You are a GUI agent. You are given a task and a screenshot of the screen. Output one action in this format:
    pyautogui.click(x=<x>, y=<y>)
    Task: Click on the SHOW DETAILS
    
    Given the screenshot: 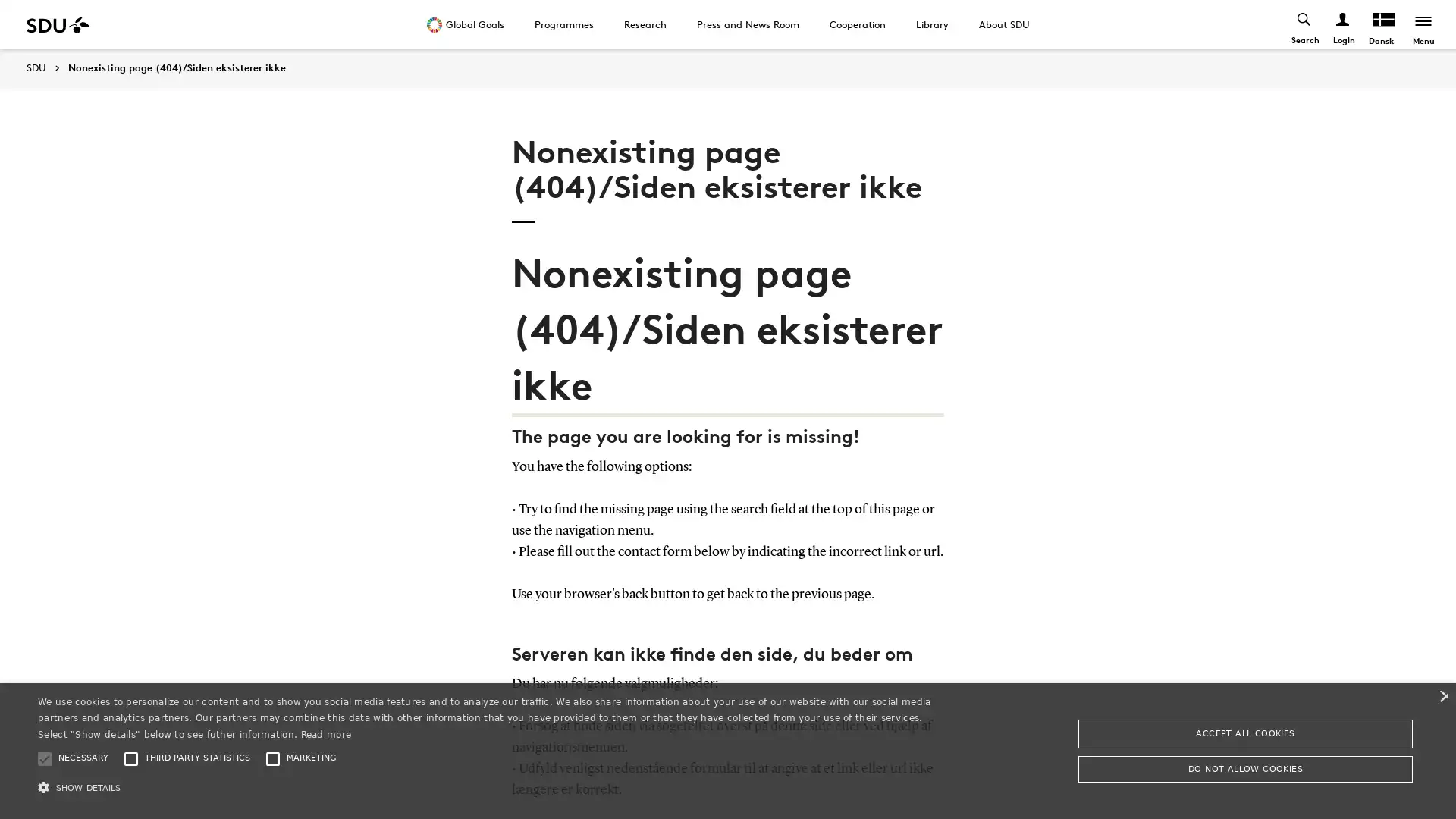 What is the action you would take?
    pyautogui.click(x=486, y=786)
    